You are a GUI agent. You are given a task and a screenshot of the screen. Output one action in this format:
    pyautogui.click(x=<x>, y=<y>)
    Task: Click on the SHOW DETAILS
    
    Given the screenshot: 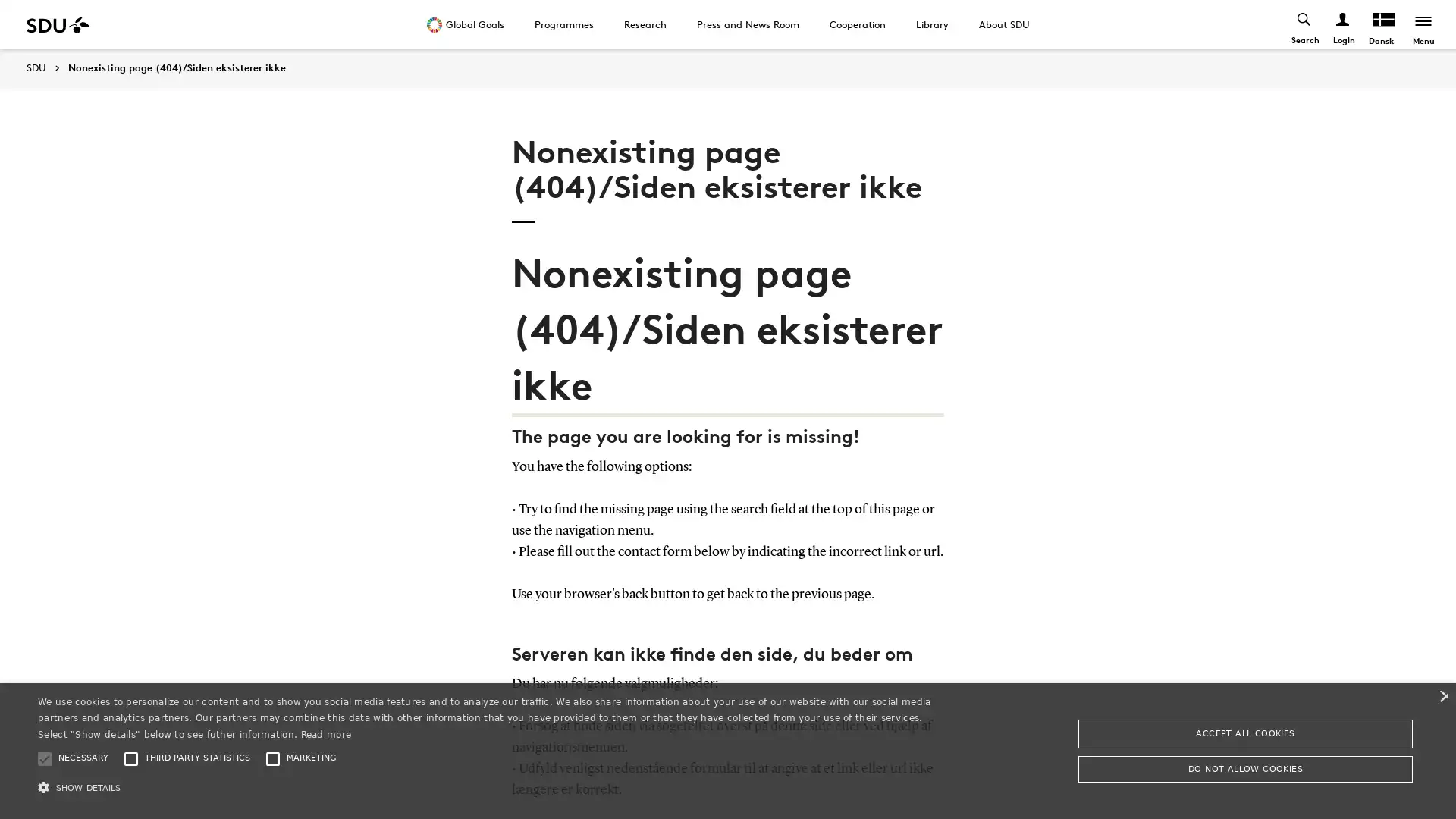 What is the action you would take?
    pyautogui.click(x=486, y=786)
    